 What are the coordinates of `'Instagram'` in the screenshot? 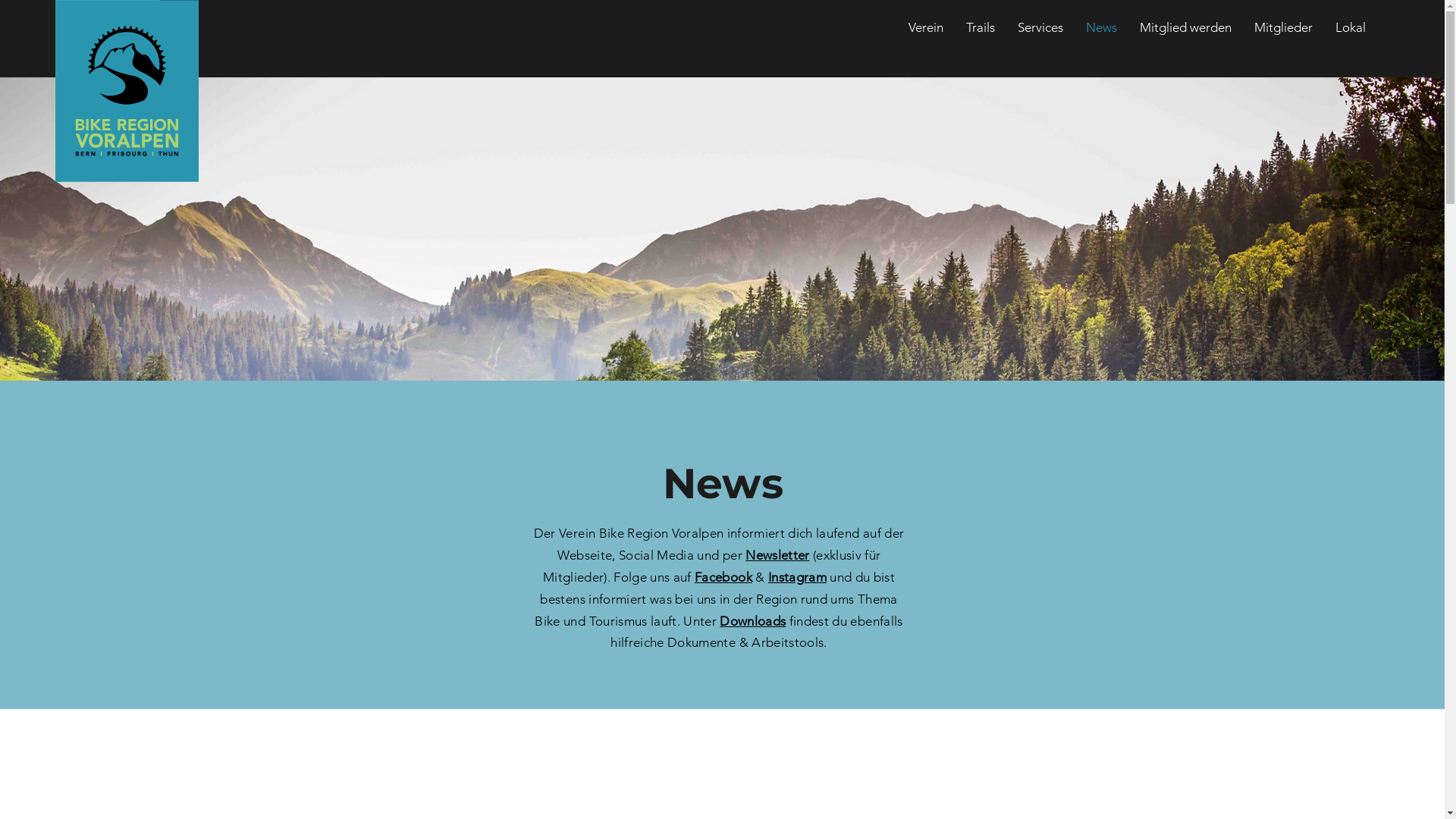 It's located at (796, 576).